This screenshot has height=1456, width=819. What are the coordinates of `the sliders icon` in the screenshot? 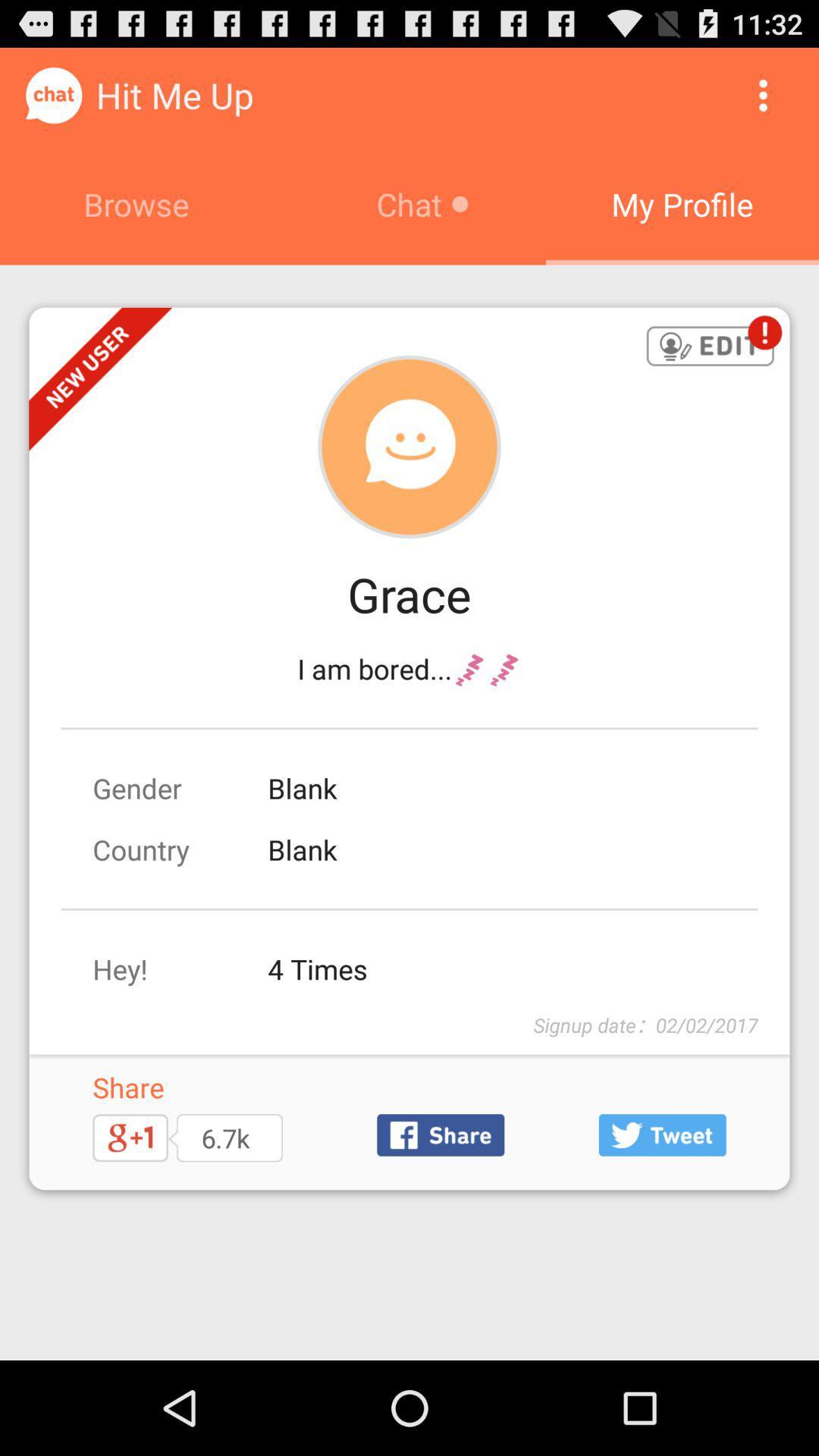 It's located at (661, 1215).